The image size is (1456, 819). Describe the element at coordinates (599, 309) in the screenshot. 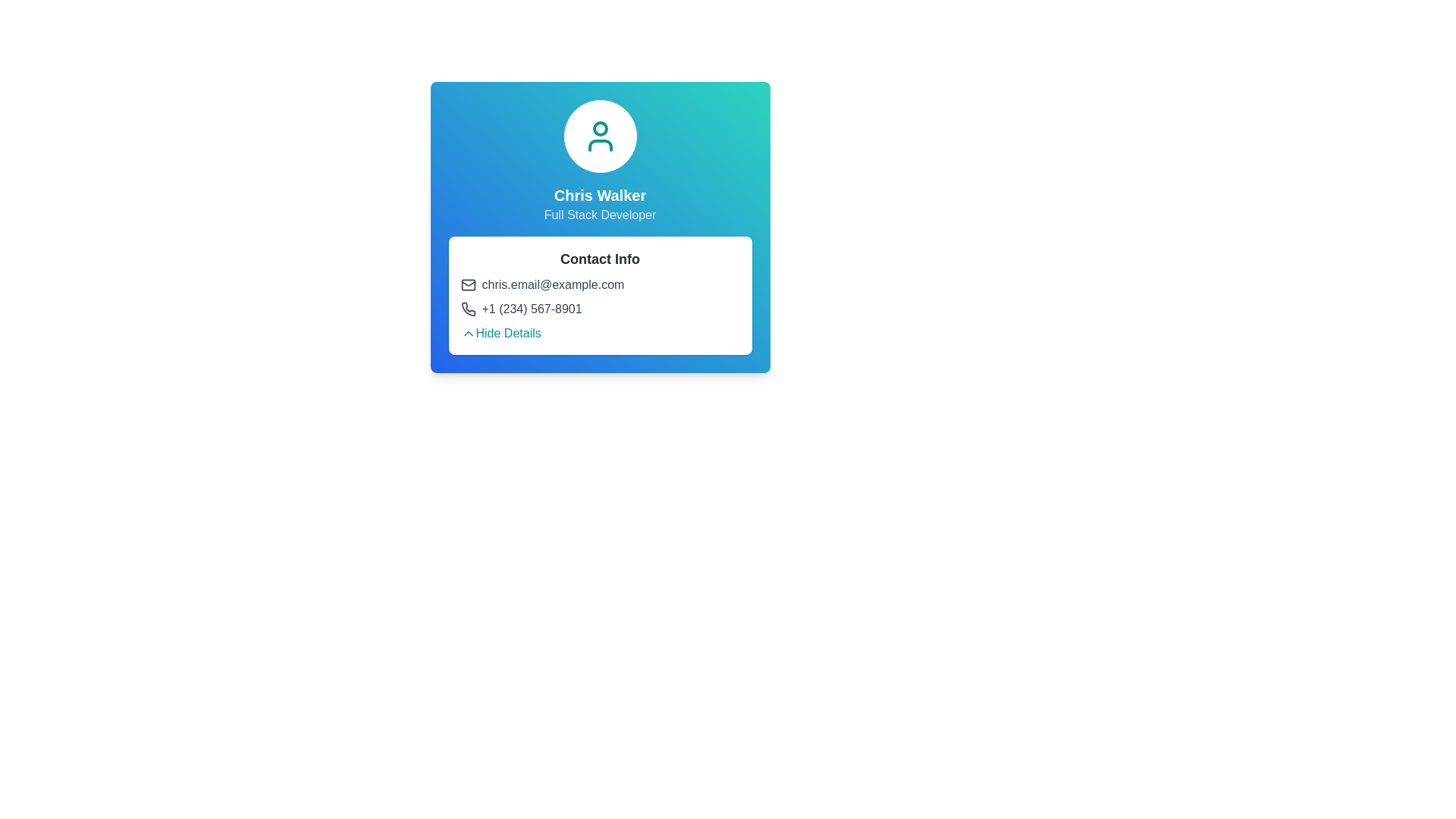

I see `the phone number display element, which is the second entry under the 'Contact Info' section and is centered horizontally in the middle of the card interface` at that location.